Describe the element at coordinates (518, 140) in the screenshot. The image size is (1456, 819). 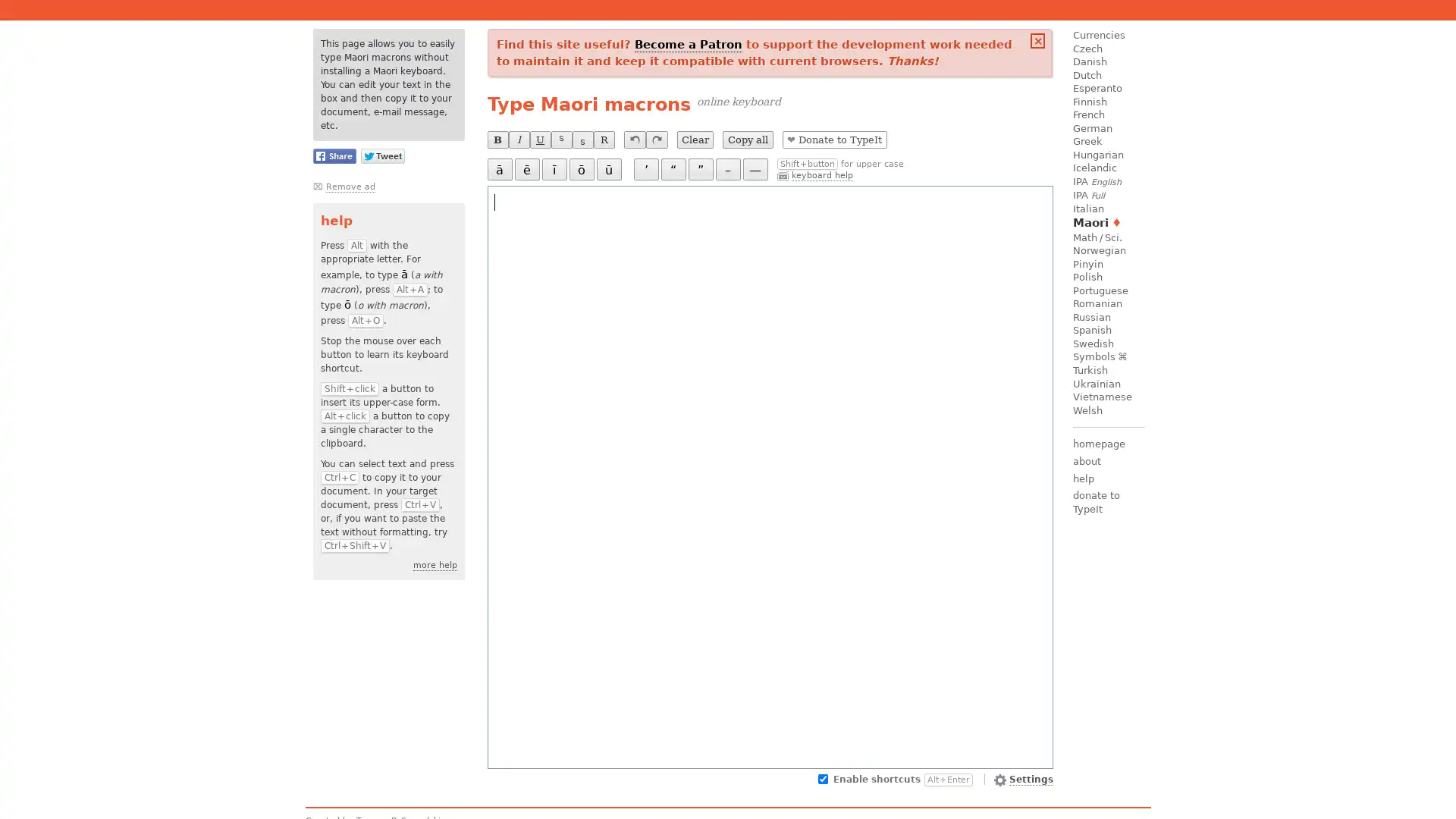
I see `I` at that location.